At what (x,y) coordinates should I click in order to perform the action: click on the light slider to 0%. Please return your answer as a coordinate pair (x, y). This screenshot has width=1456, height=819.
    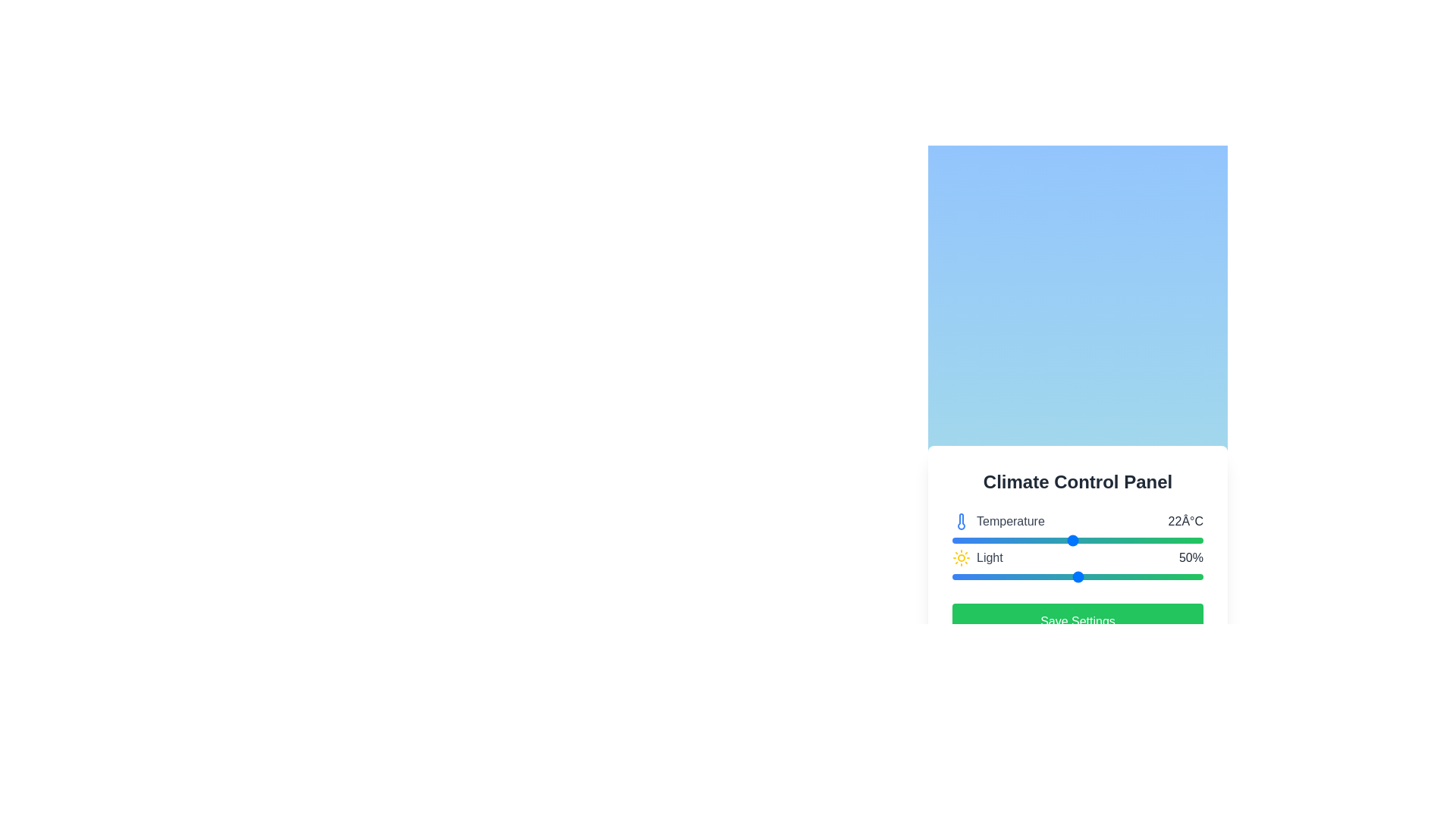
    Looking at the image, I should click on (952, 576).